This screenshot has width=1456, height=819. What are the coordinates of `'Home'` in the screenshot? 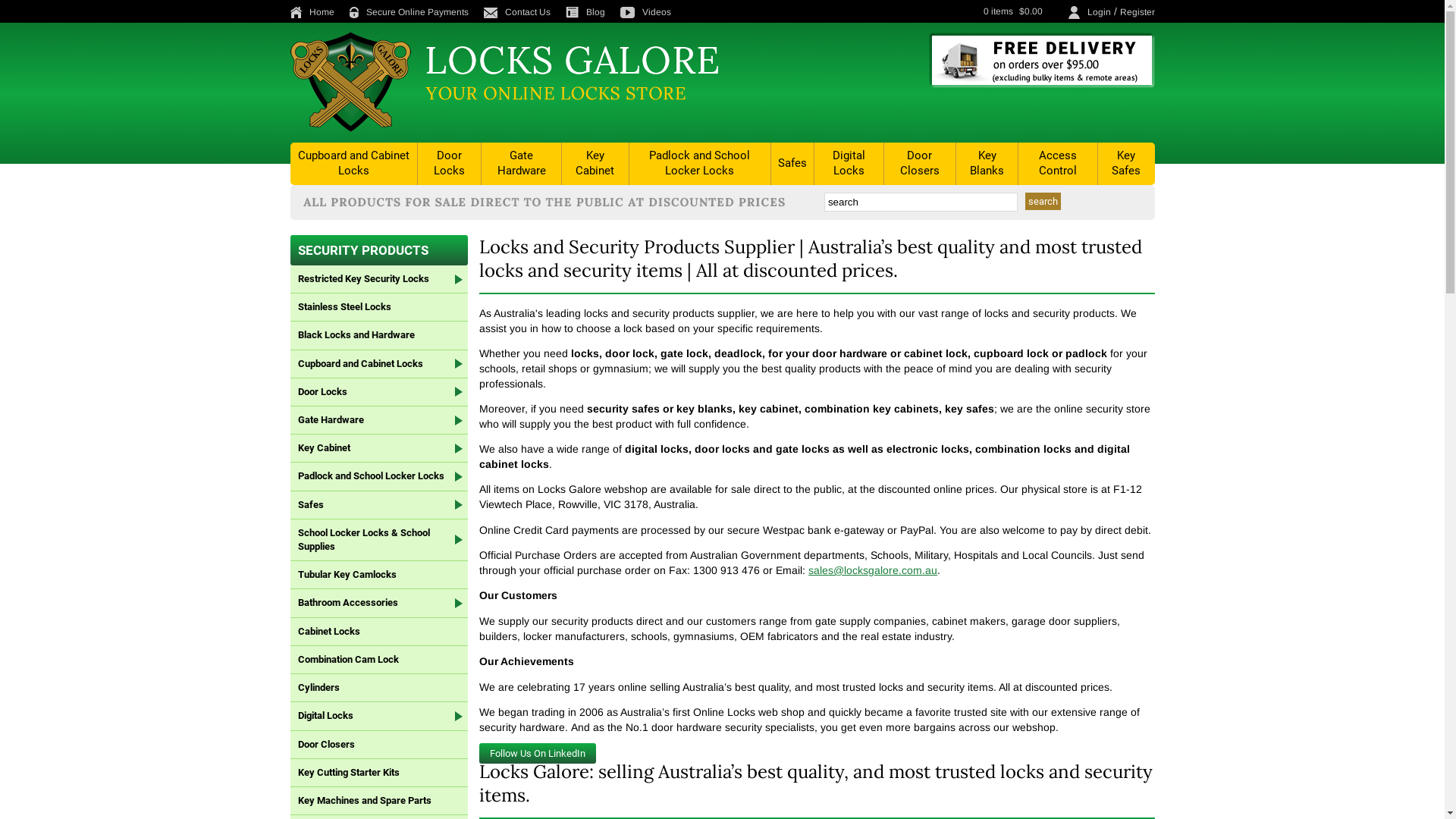 It's located at (316, 11).